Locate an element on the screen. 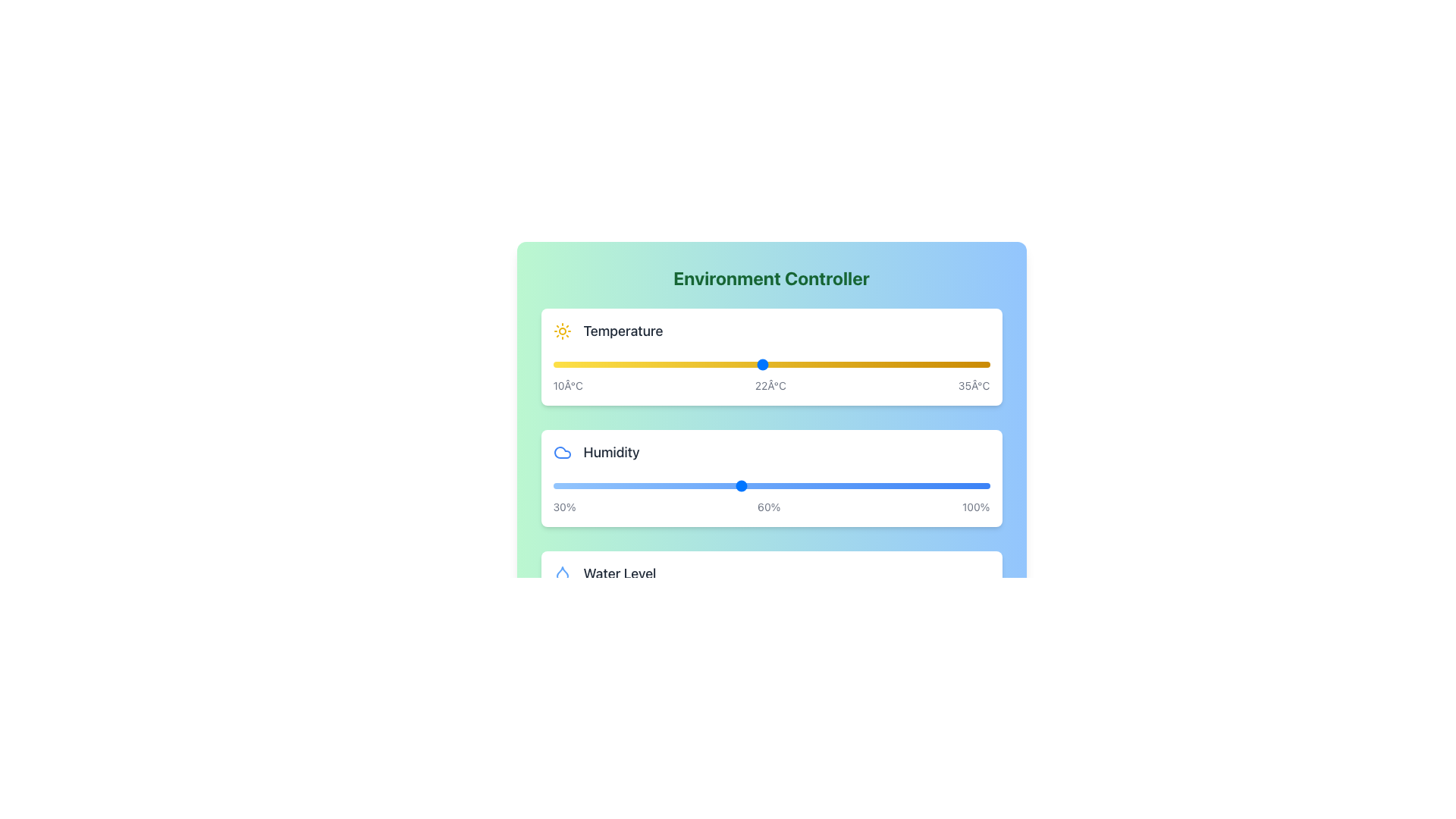  the text label displaying the temperature value (22Â°C) located below the yellow temperature slider bar in the 'Temperature' section of the 'Environment Controller' panel is located at coordinates (770, 385).